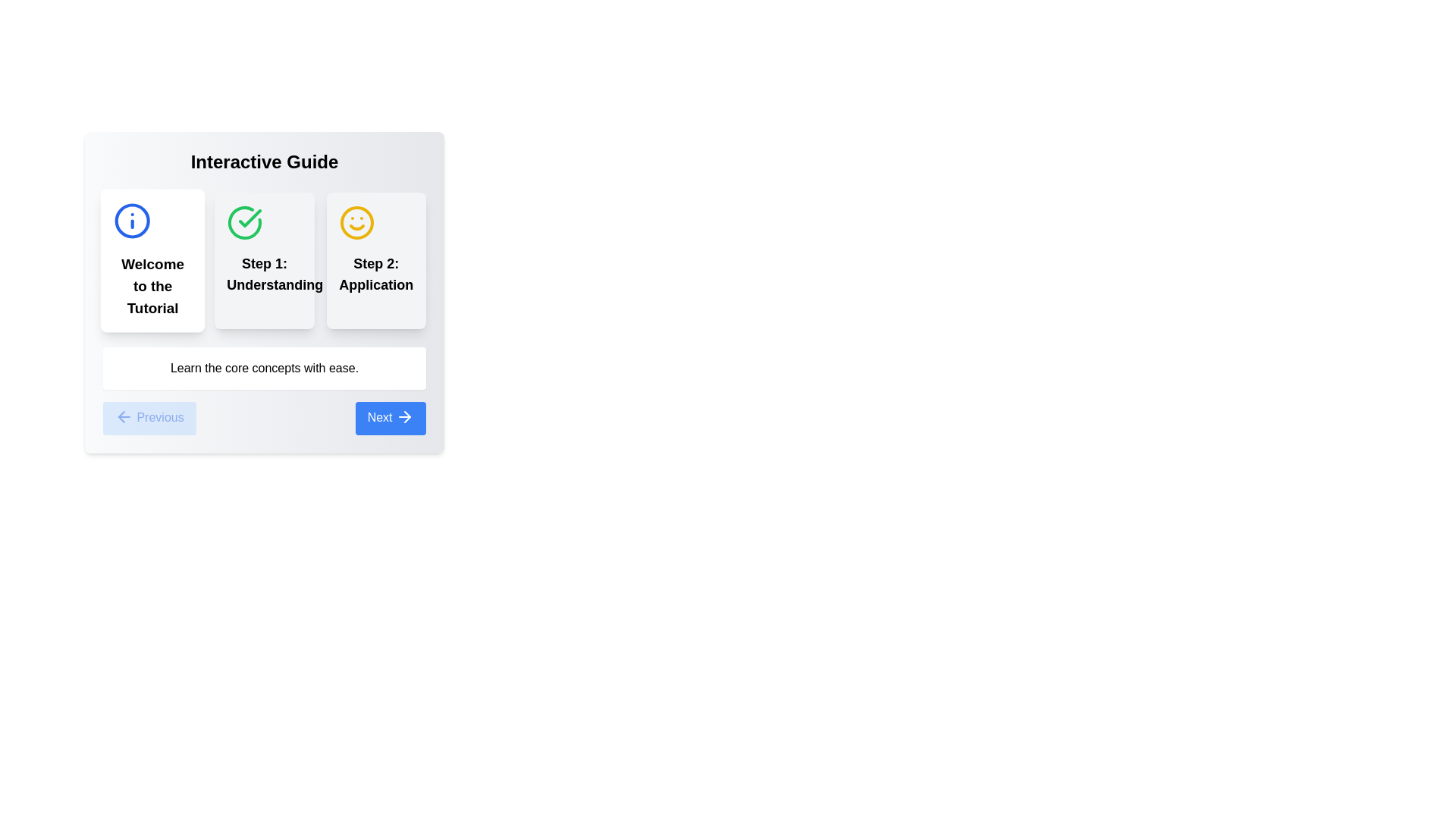 The height and width of the screenshot is (819, 1456). What do you see at coordinates (376, 259) in the screenshot?
I see `the step card labeled 'Step 2: Application'` at bounding box center [376, 259].